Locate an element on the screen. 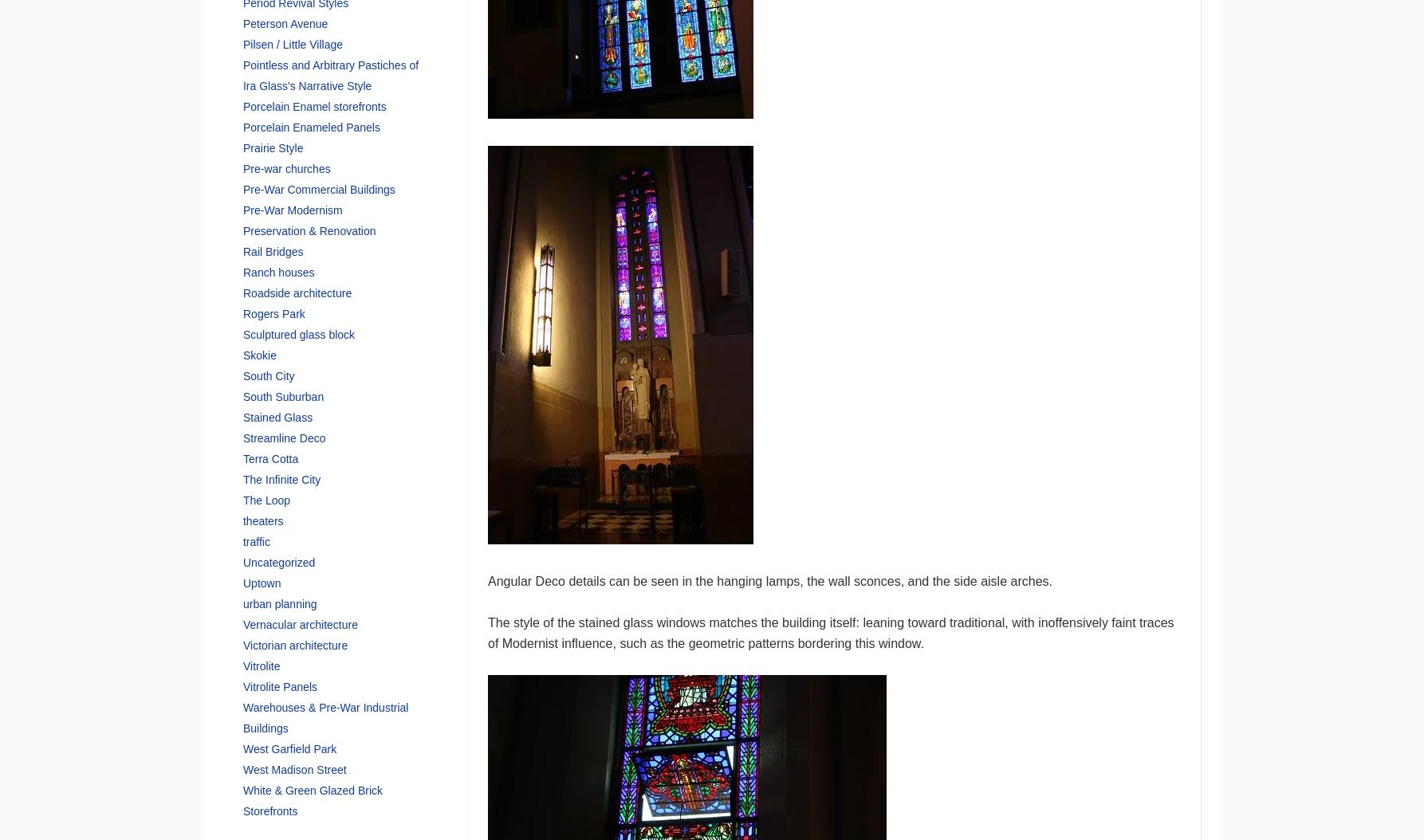 Image resolution: width=1424 pixels, height=840 pixels. 'Warehouses & Pre-War Industrial Buildings' is located at coordinates (242, 716).